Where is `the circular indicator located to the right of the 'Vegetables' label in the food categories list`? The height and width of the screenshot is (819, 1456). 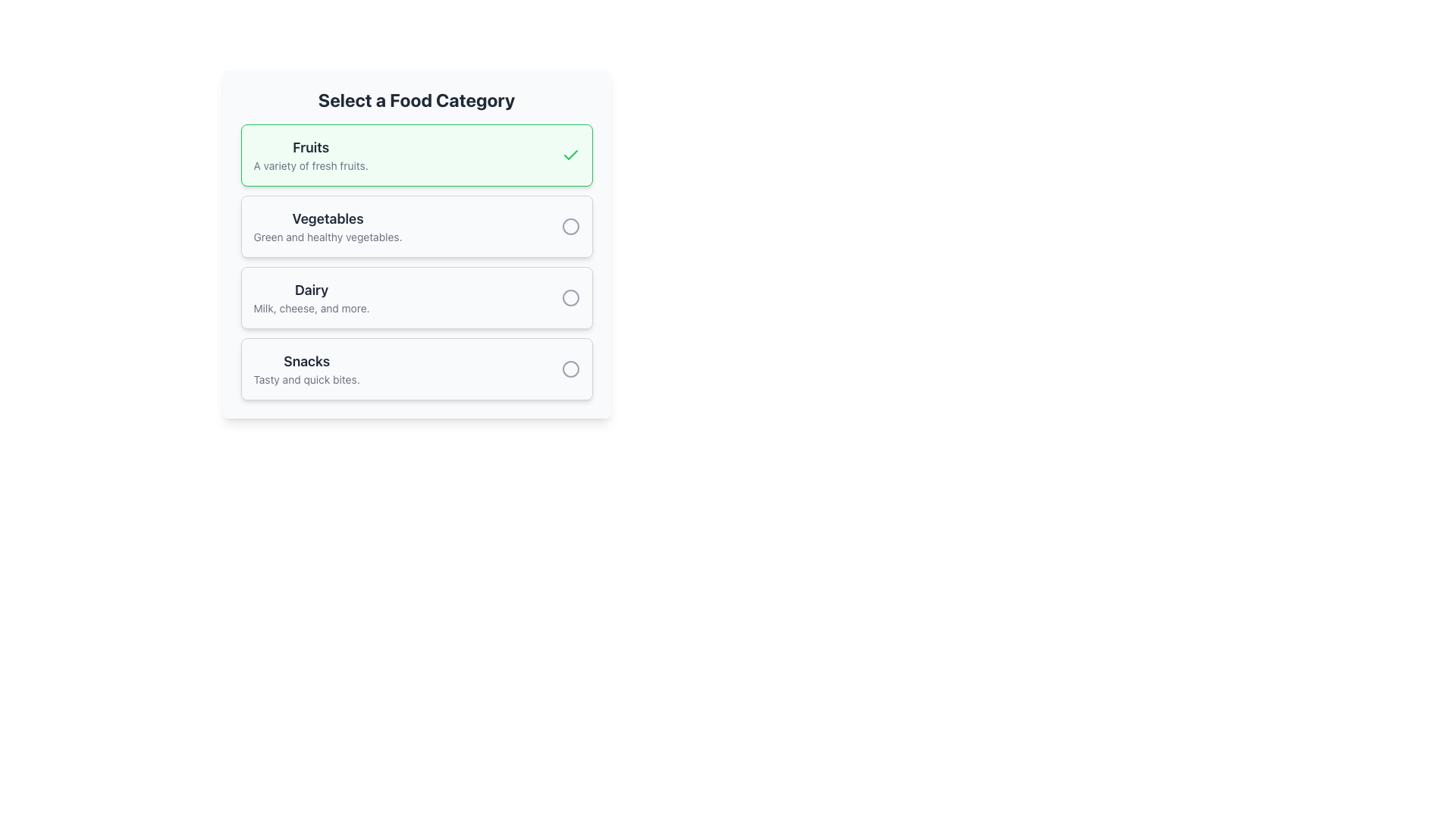
the circular indicator located to the right of the 'Vegetables' label in the food categories list is located at coordinates (570, 227).